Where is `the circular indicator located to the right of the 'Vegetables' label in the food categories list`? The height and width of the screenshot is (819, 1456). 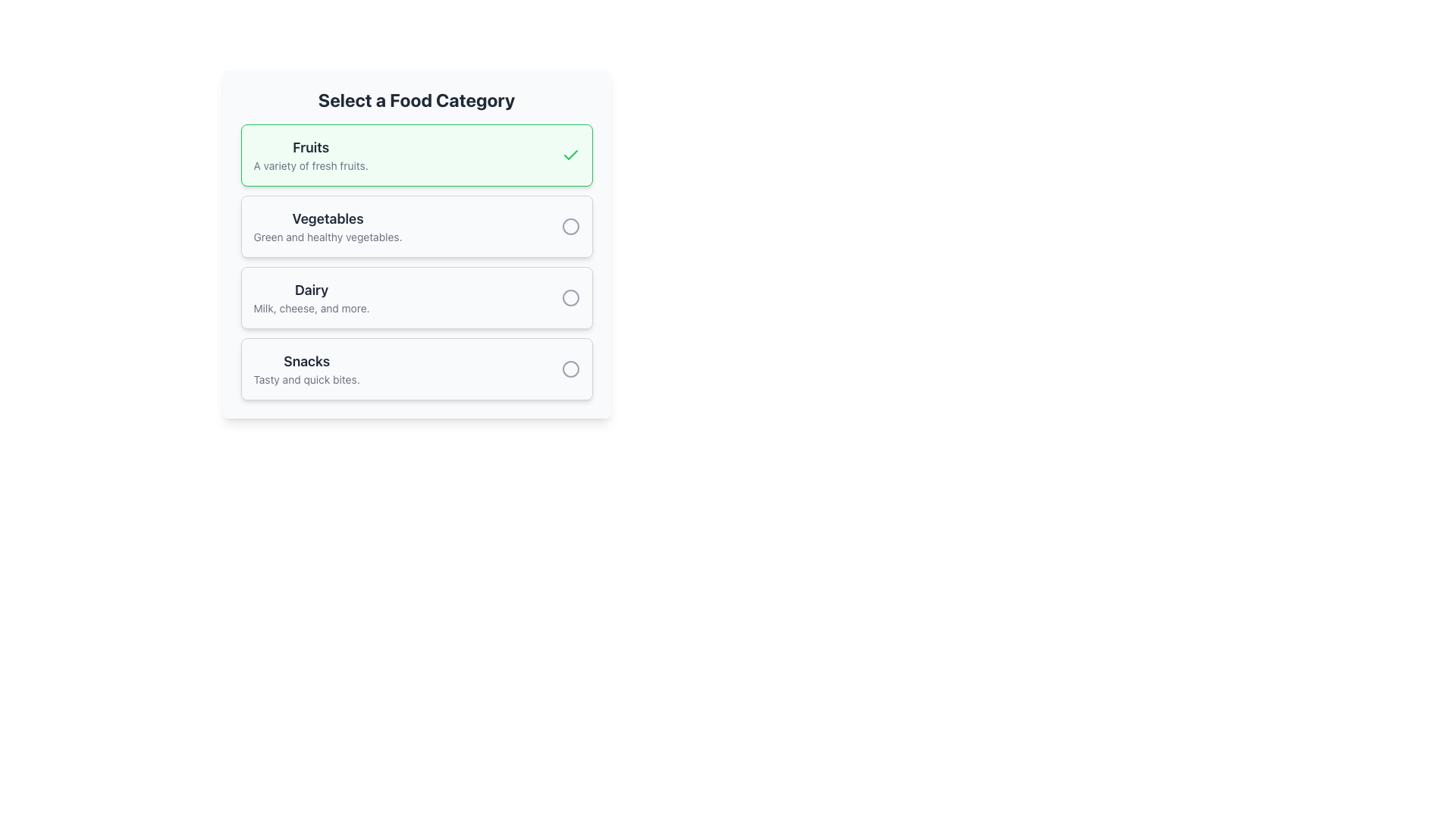
the circular indicator located to the right of the 'Vegetables' label in the food categories list is located at coordinates (570, 227).